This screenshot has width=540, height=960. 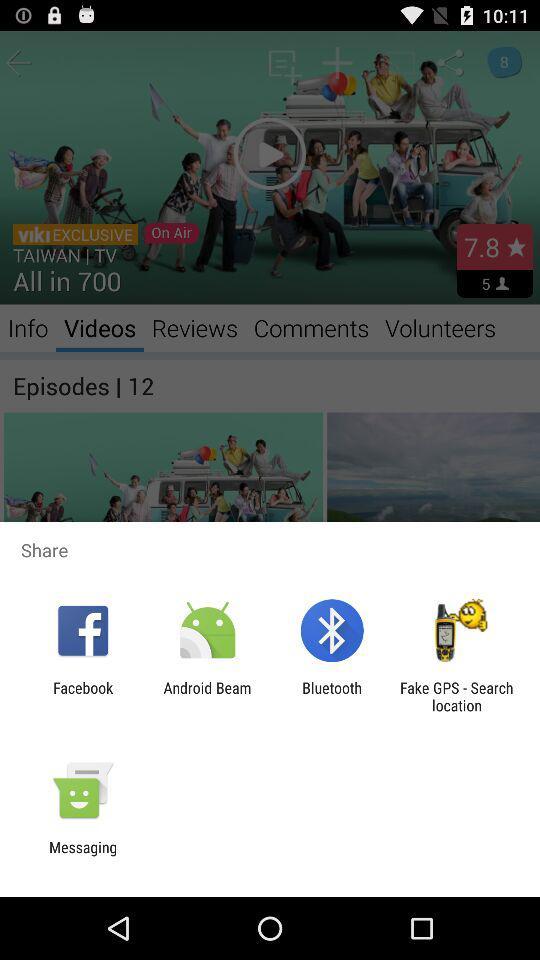 What do you see at coordinates (82, 696) in the screenshot?
I see `the item to the left of the android beam app` at bounding box center [82, 696].